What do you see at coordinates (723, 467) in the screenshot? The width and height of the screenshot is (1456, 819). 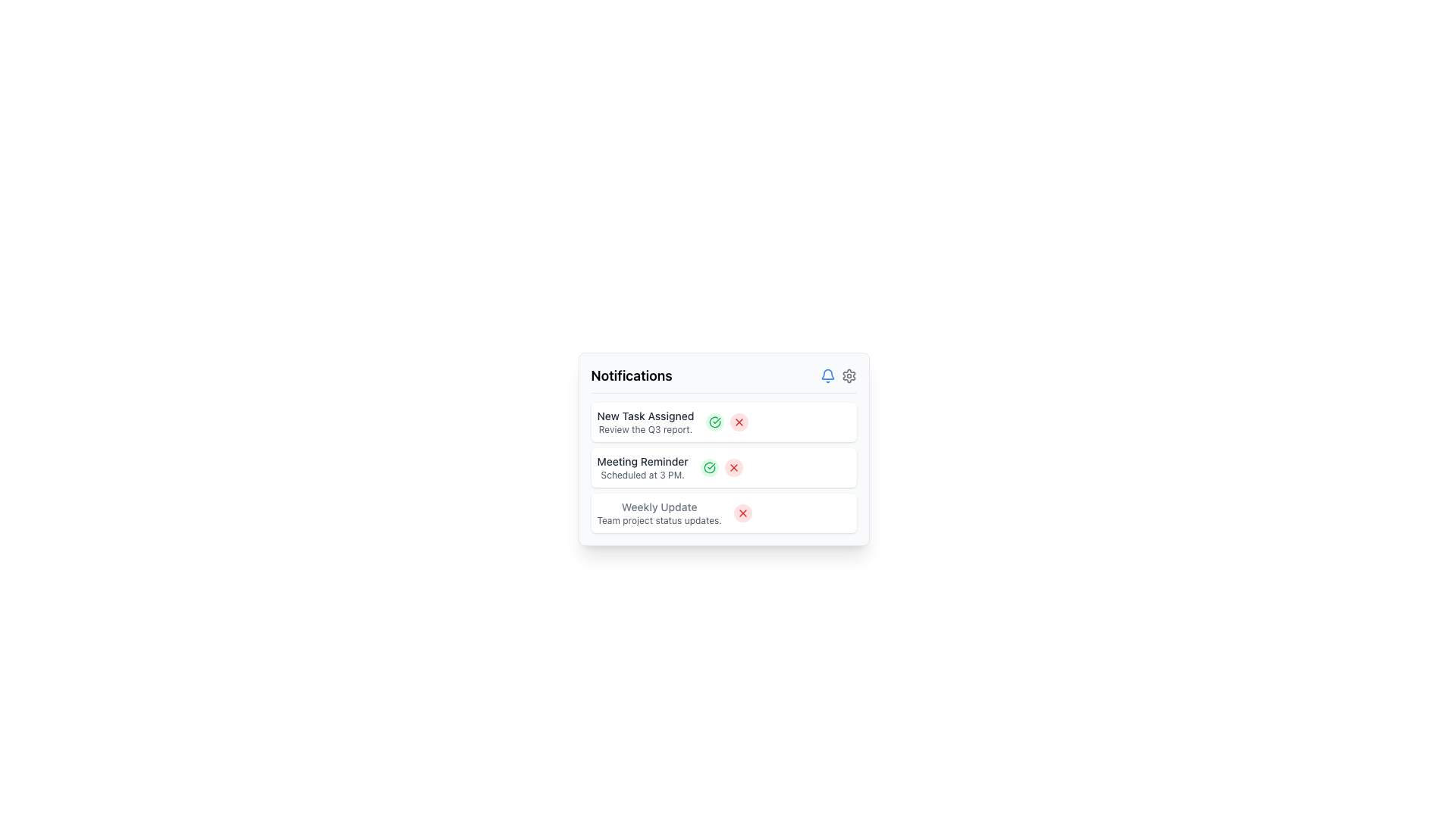 I see `the green check button on the Notification Card that contains 'Meeting Reminder' and 'Scheduled at 3 PM.' to mark it as read` at bounding box center [723, 467].